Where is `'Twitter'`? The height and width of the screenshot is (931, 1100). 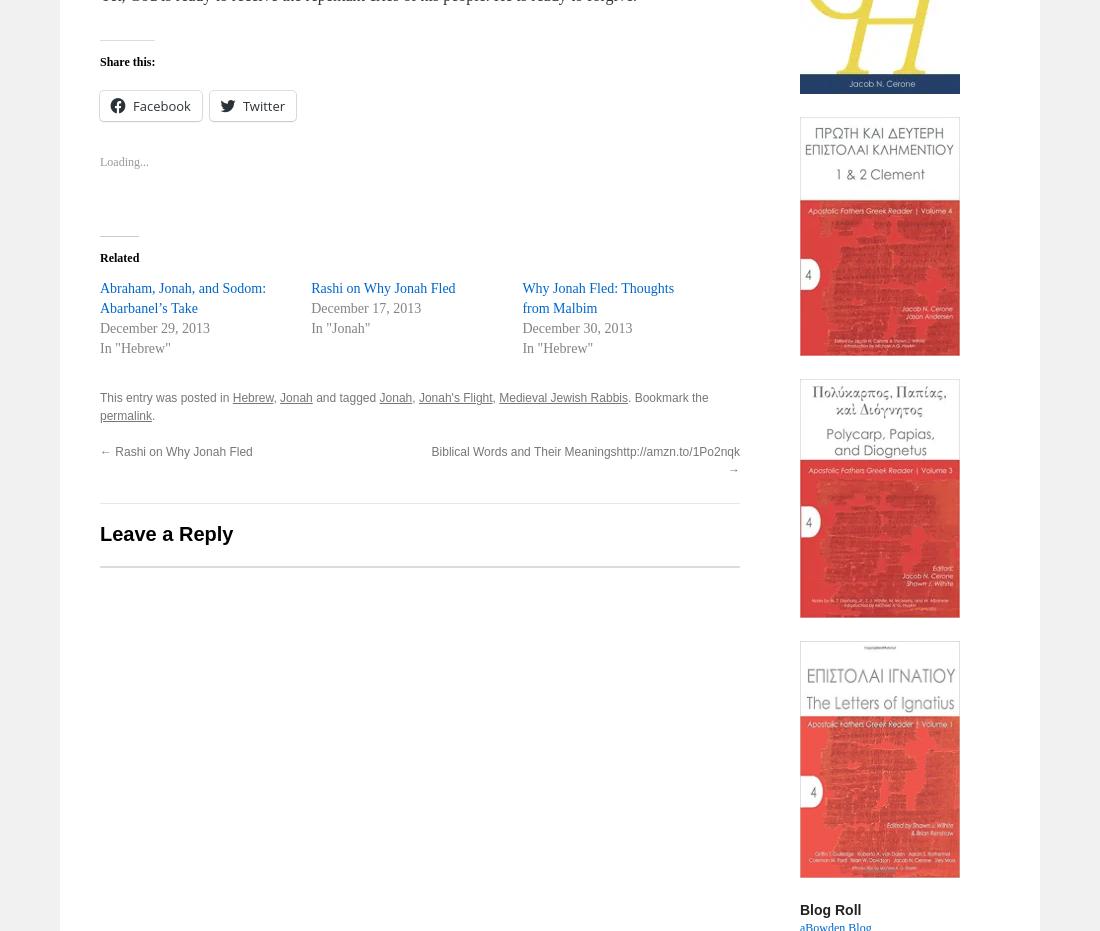 'Twitter' is located at coordinates (263, 106).